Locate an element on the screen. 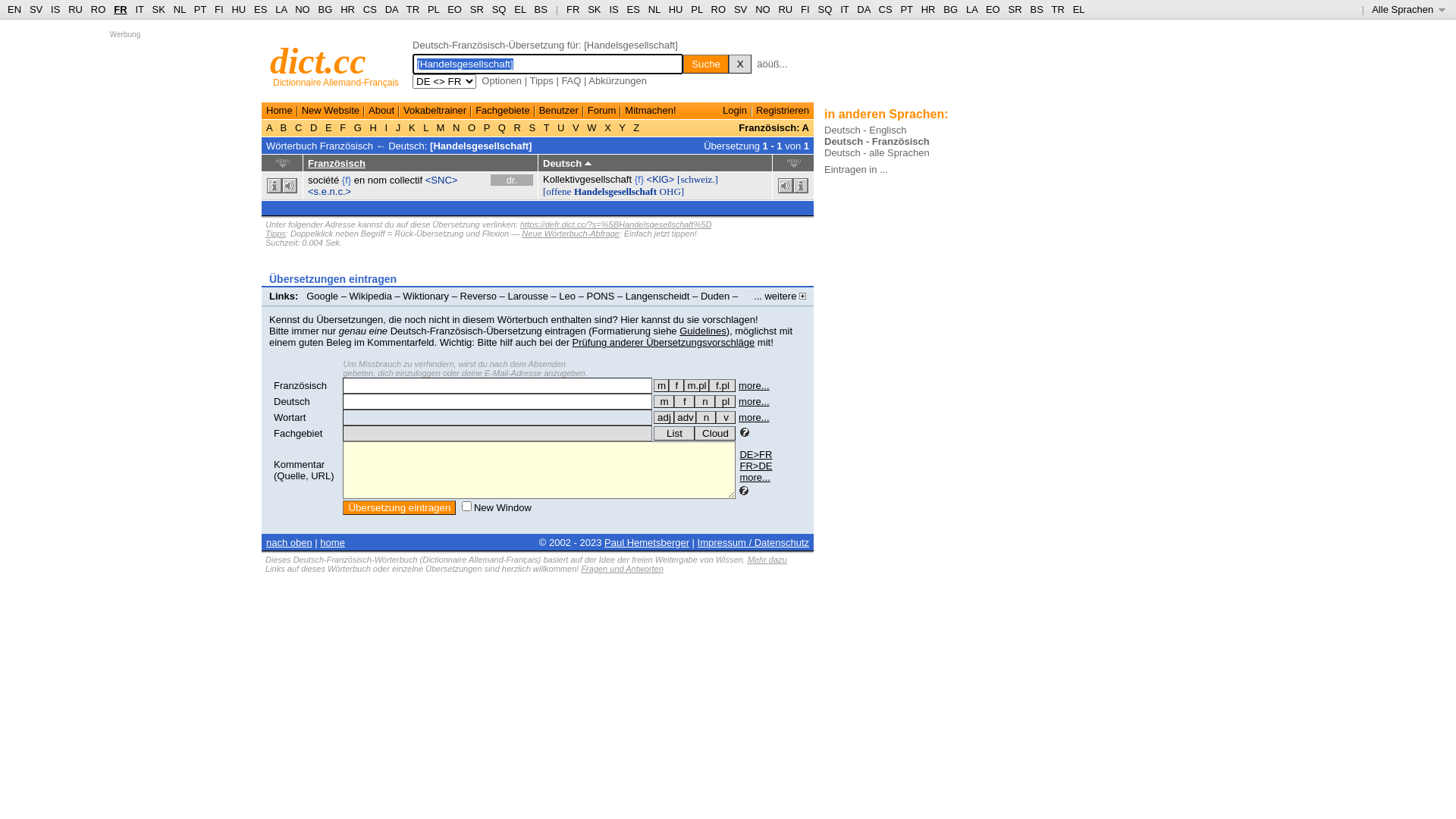  'FR' is located at coordinates (572, 9).